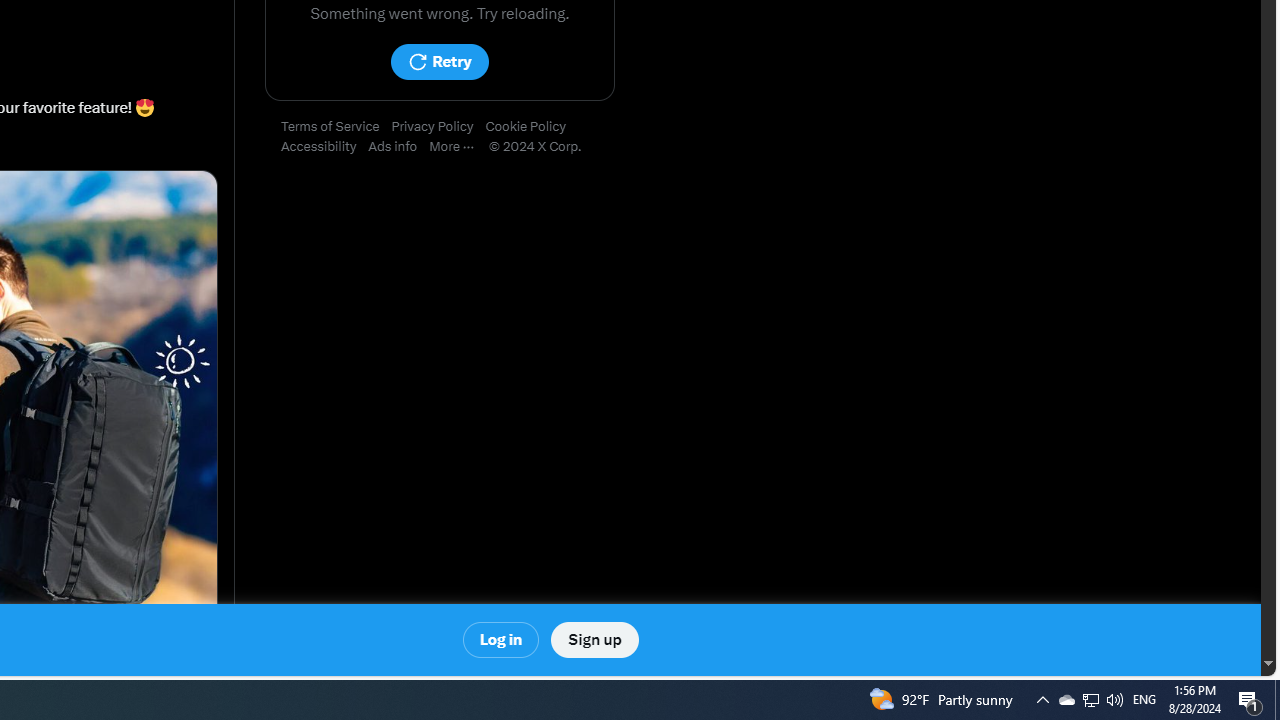 This screenshot has height=720, width=1280. I want to click on 'Log in', so click(501, 640).